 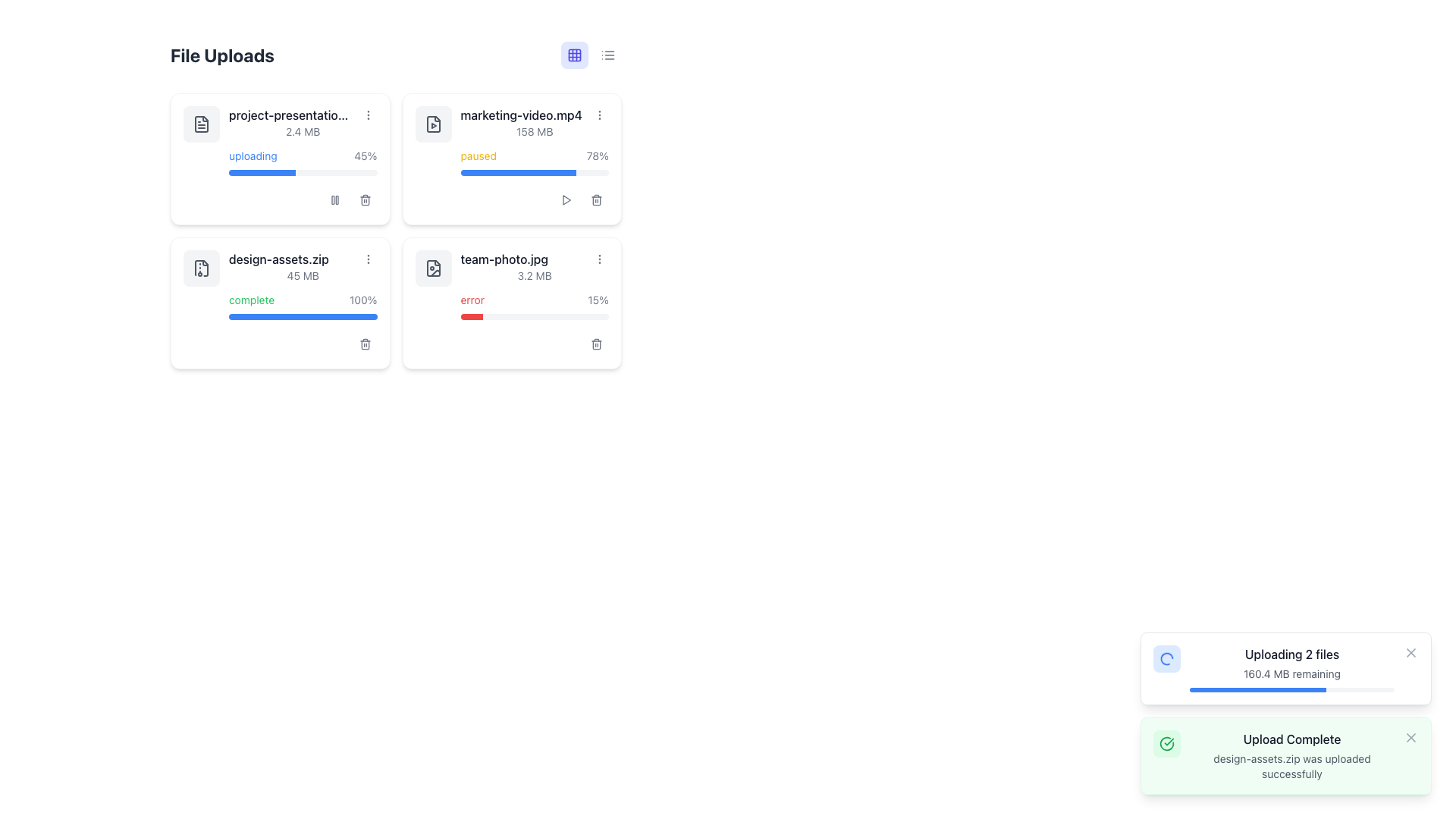 What do you see at coordinates (607, 55) in the screenshot?
I see `the toggle icon button located in the top-right section of the interface to switch to the list view in the file uploads interface` at bounding box center [607, 55].